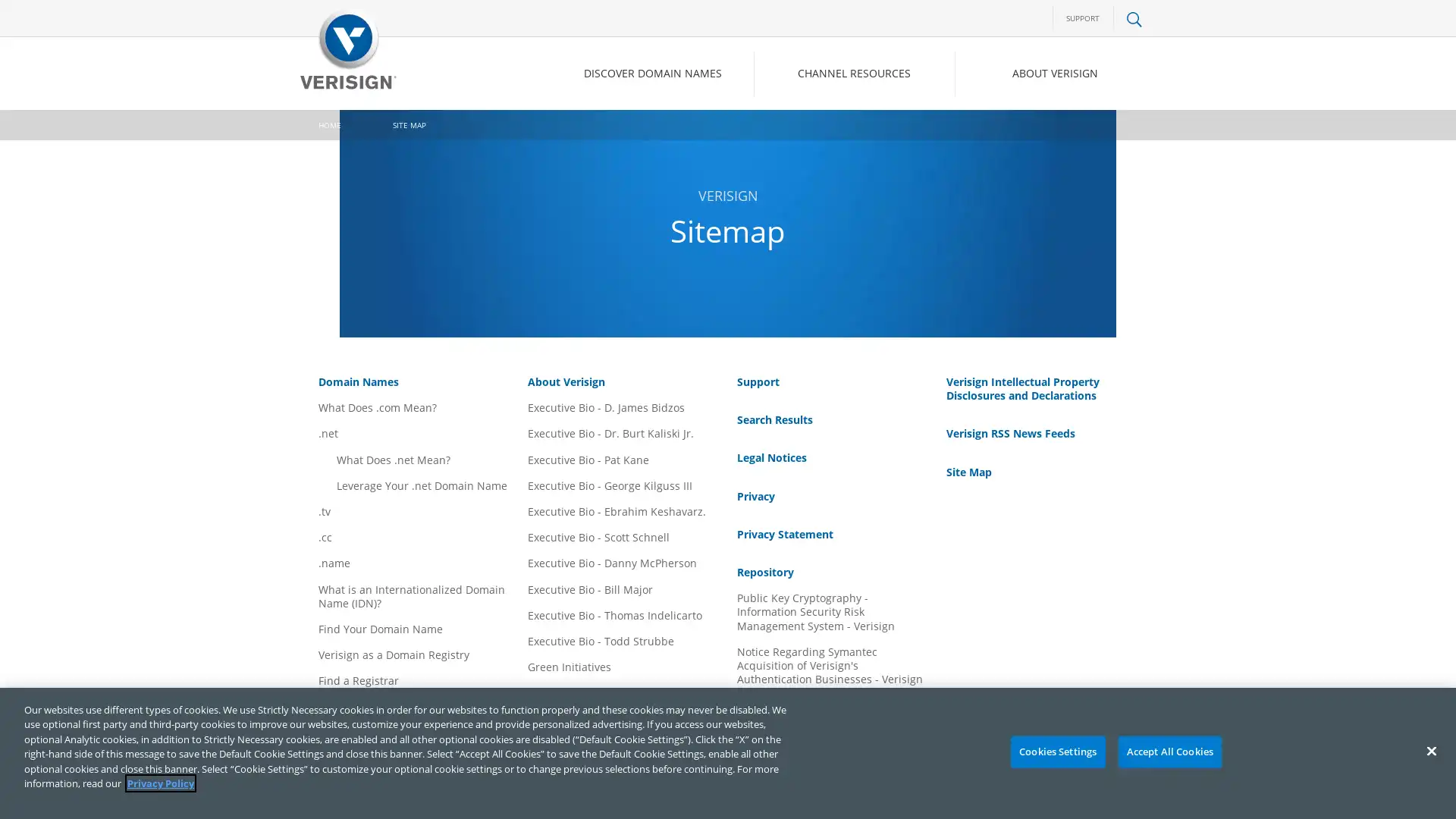  Describe the element at coordinates (1169, 752) in the screenshot. I see `Accept All Cookies` at that location.